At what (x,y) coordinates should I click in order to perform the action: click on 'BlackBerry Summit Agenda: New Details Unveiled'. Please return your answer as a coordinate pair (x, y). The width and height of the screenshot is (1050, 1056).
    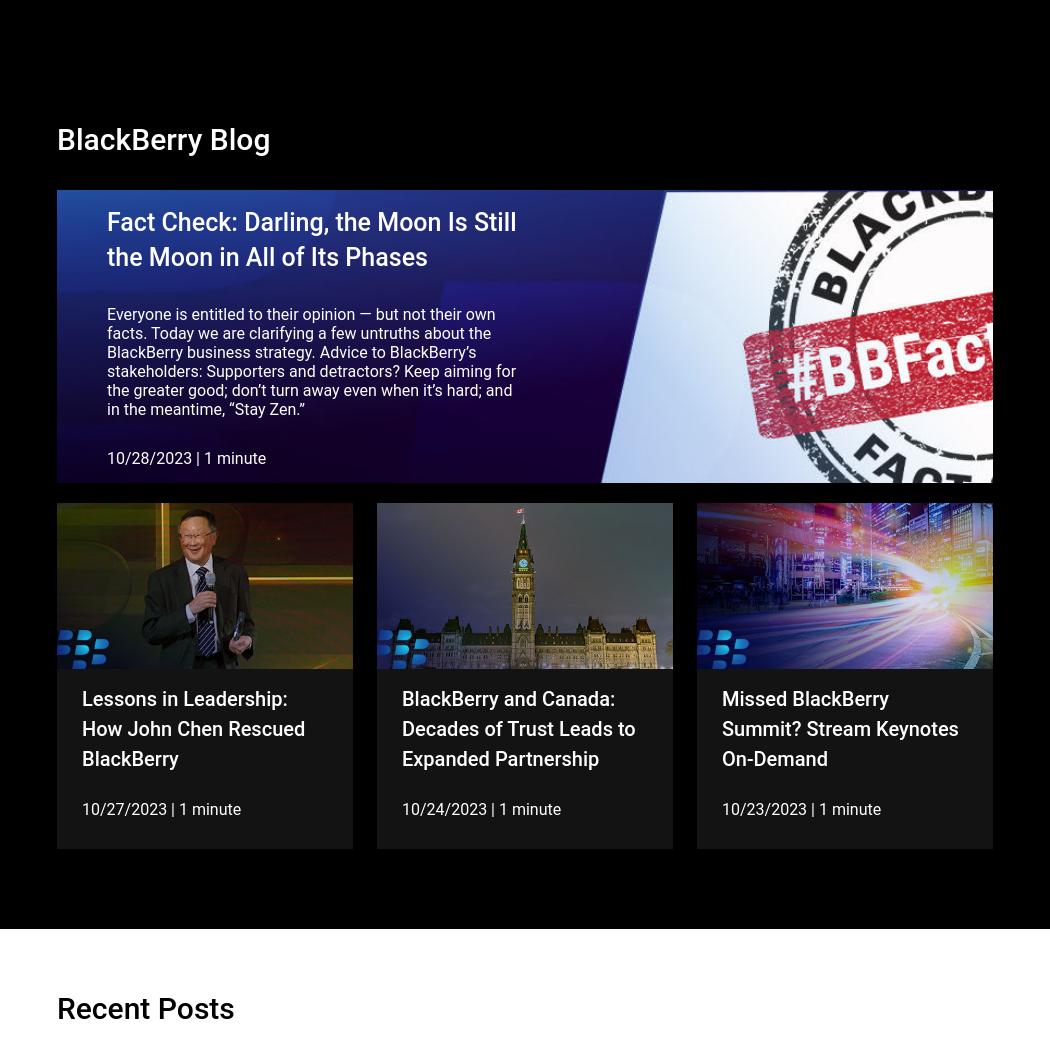
    Looking at the image, I should click on (500, 756).